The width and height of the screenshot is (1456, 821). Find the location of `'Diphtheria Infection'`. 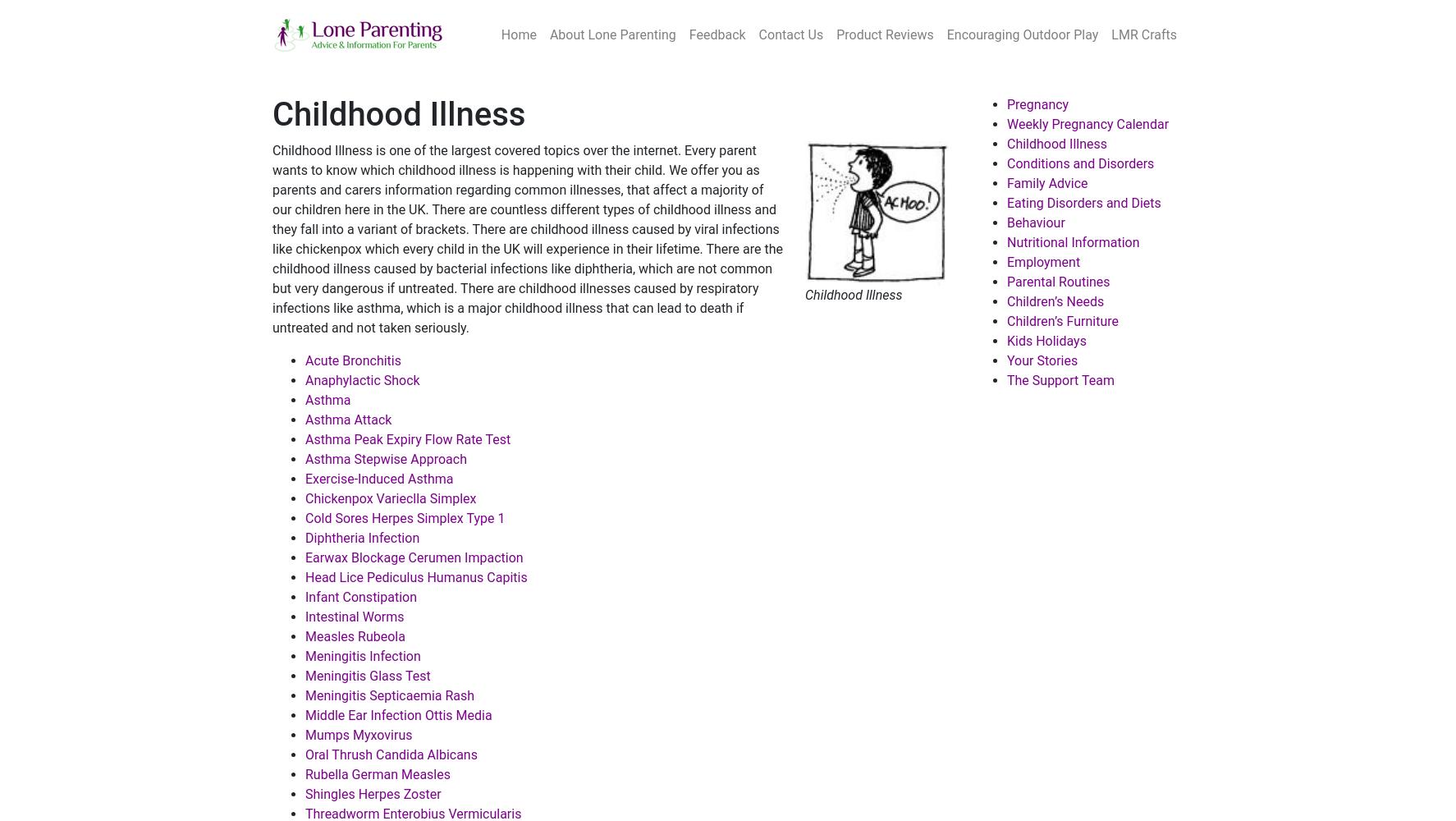

'Diphtheria Infection' is located at coordinates (304, 538).